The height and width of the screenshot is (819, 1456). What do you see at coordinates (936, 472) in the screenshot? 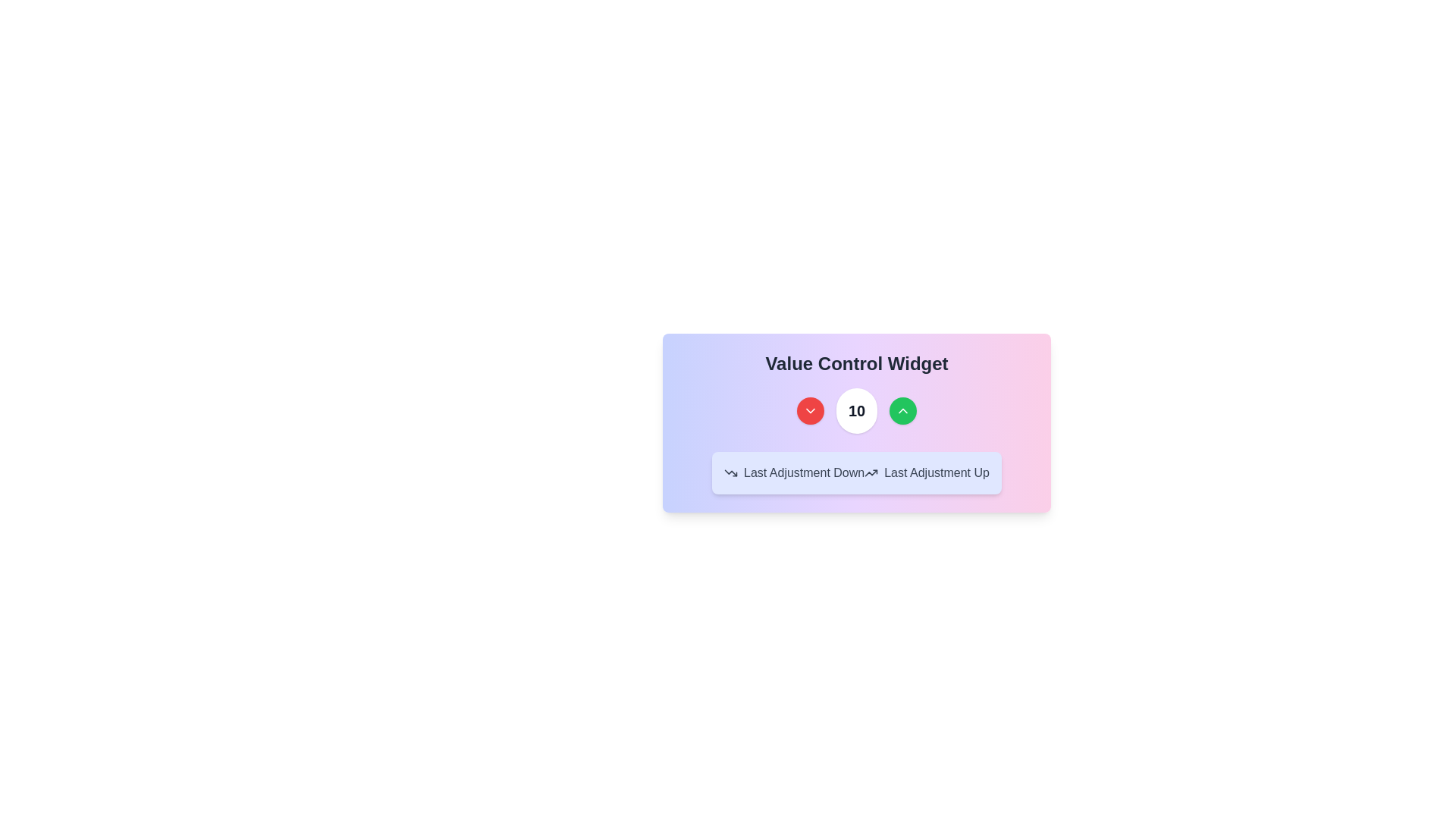
I see `the static text label that displays 'Last Adjustment Up', which is styled in dark gray on a light blue background and is part of a horizontally-aligned group of elements` at bounding box center [936, 472].